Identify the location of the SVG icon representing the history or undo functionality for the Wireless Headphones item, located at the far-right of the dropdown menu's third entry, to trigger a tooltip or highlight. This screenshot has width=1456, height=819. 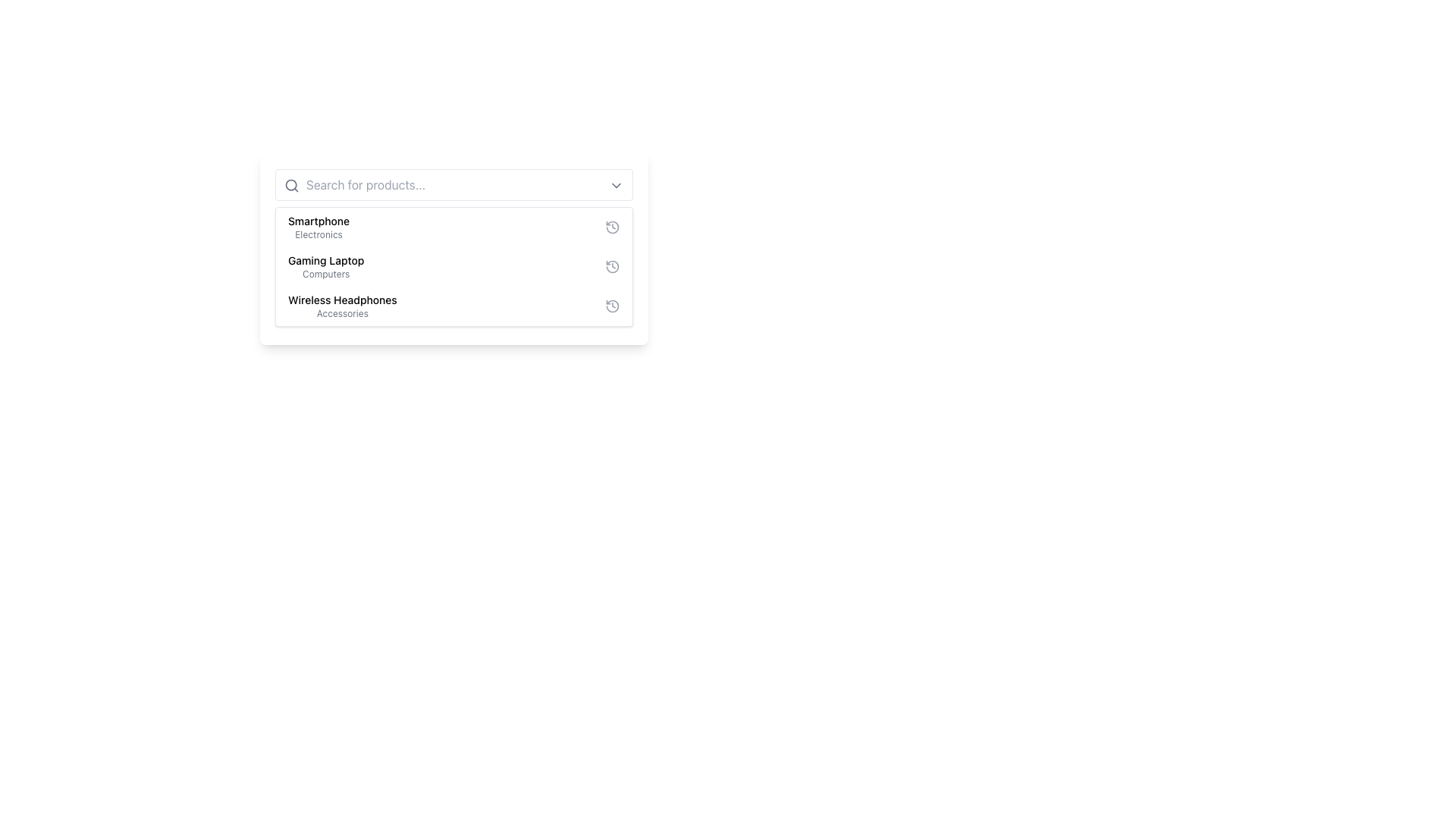
(612, 227).